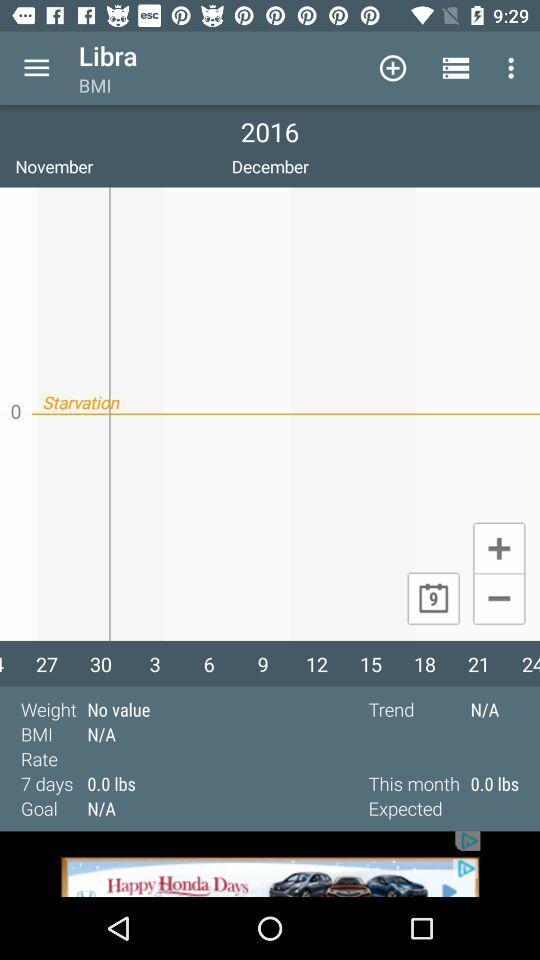 The image size is (540, 960). I want to click on decrement button, so click(498, 600).